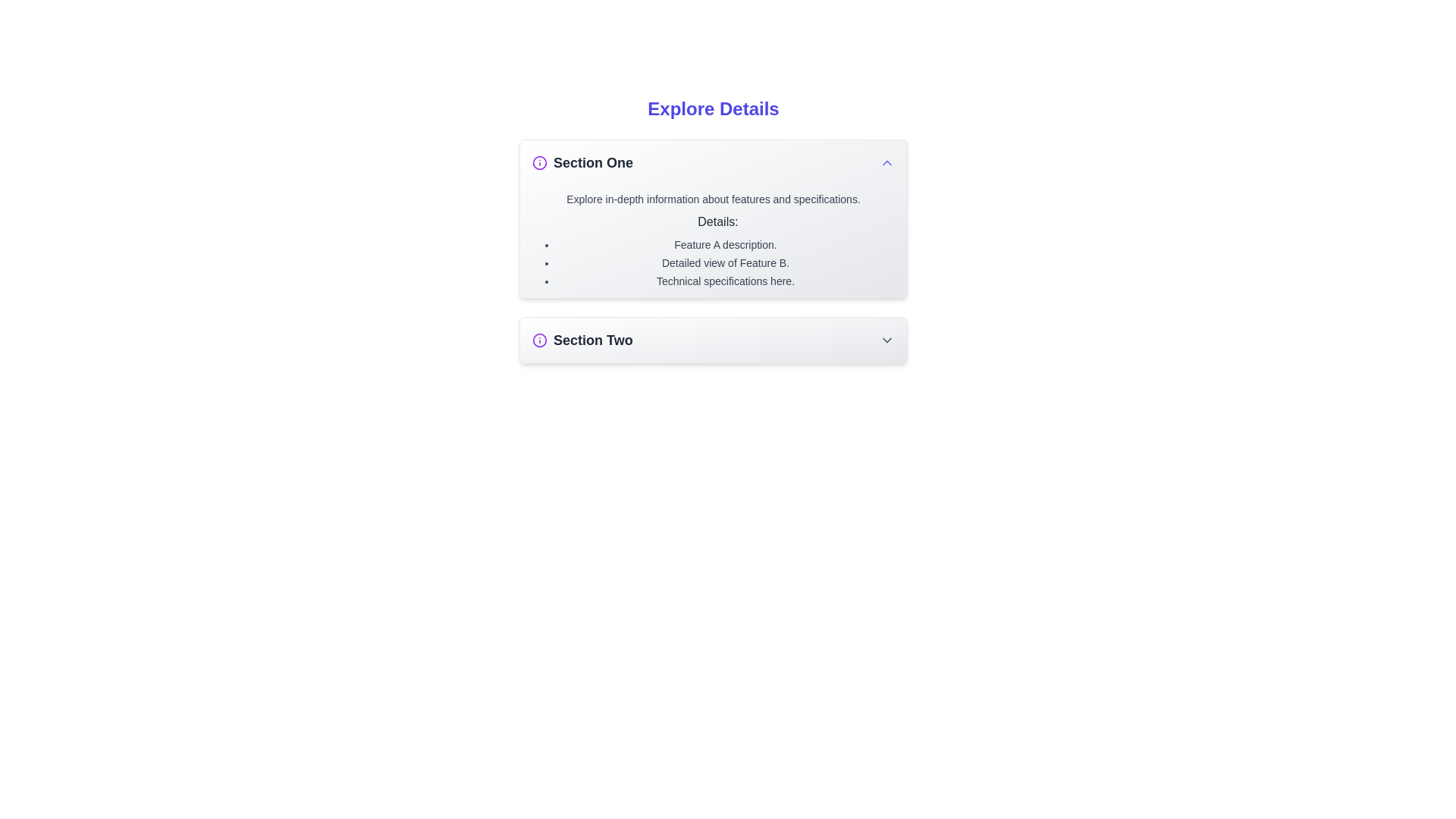  Describe the element at coordinates (582, 339) in the screenshot. I see `the text label 'Section Two' with a bold, large font and a purple 'i' icon` at that location.